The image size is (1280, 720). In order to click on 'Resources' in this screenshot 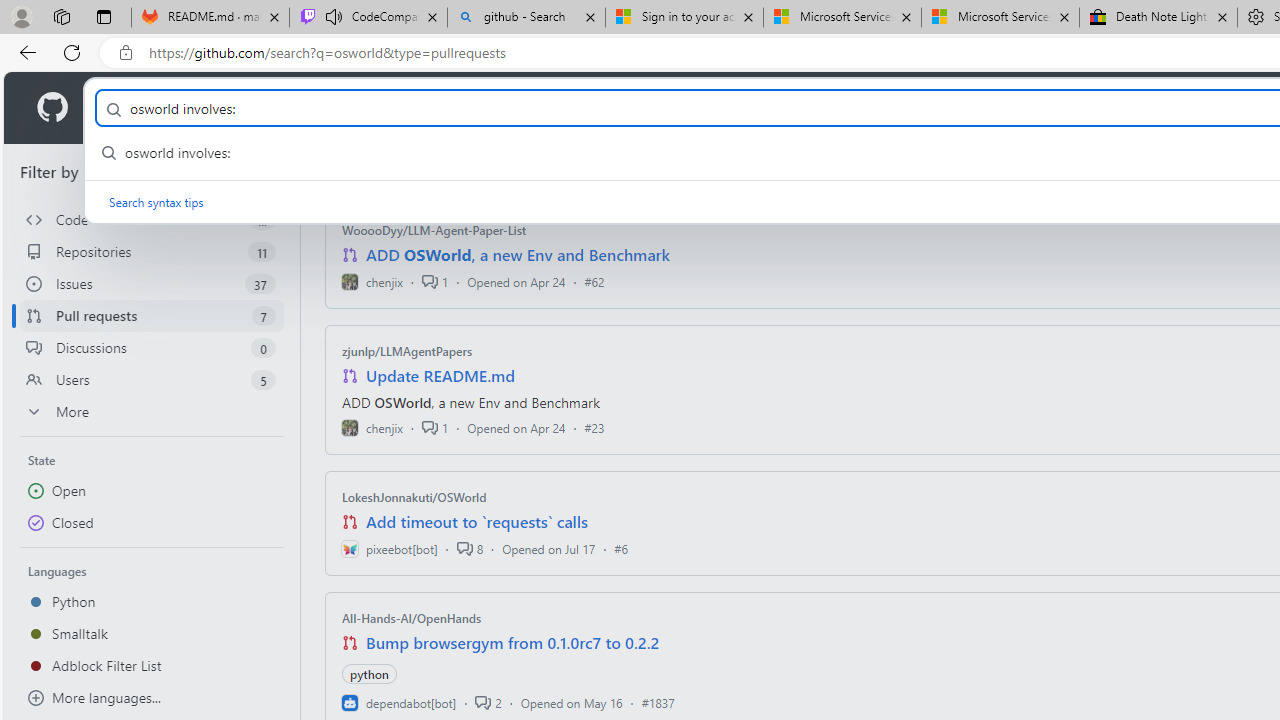, I will do `click(330, 108)`.